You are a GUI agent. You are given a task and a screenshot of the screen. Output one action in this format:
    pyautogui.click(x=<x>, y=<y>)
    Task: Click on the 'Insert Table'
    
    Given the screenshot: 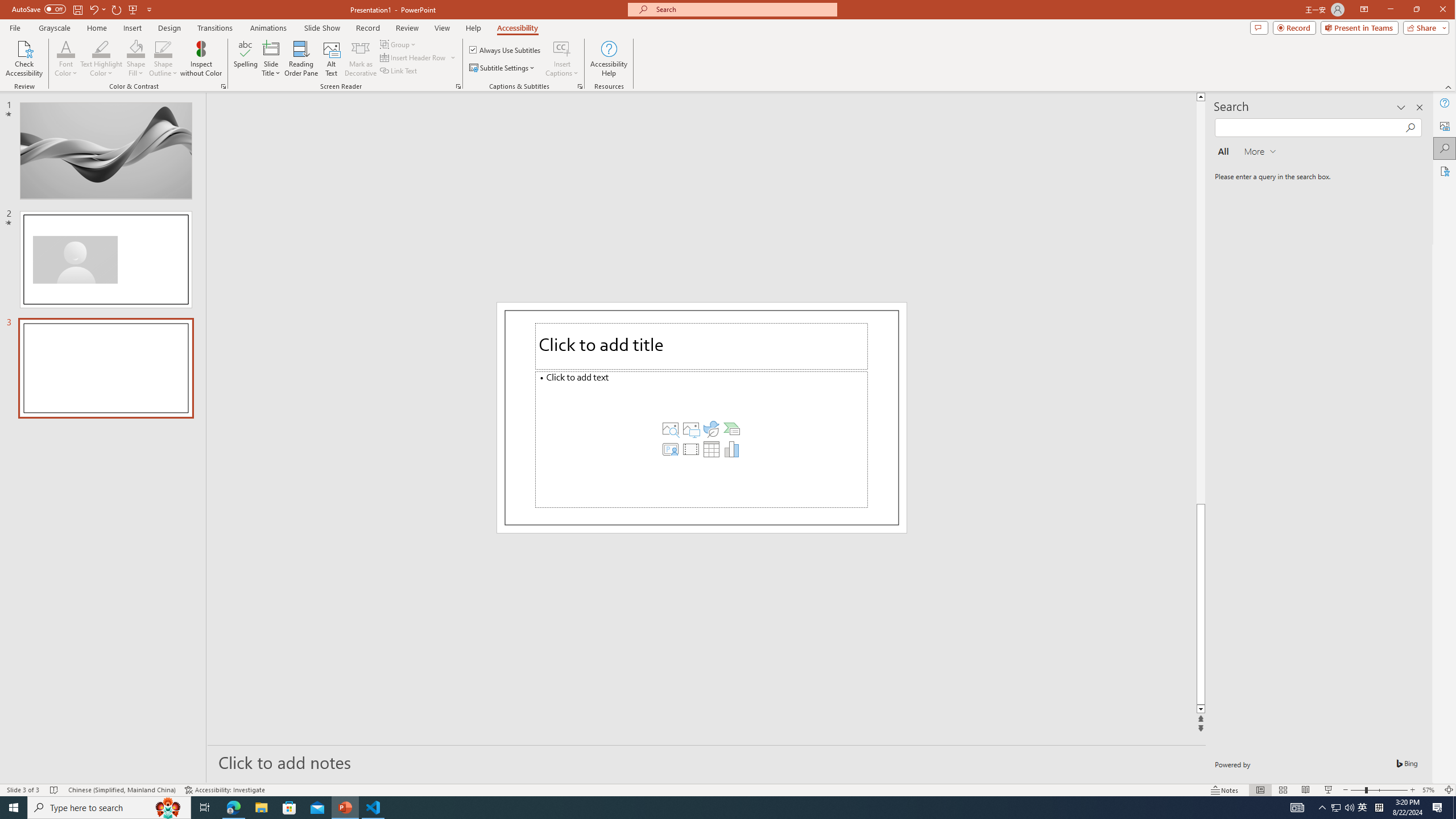 What is the action you would take?
    pyautogui.click(x=711, y=448)
    